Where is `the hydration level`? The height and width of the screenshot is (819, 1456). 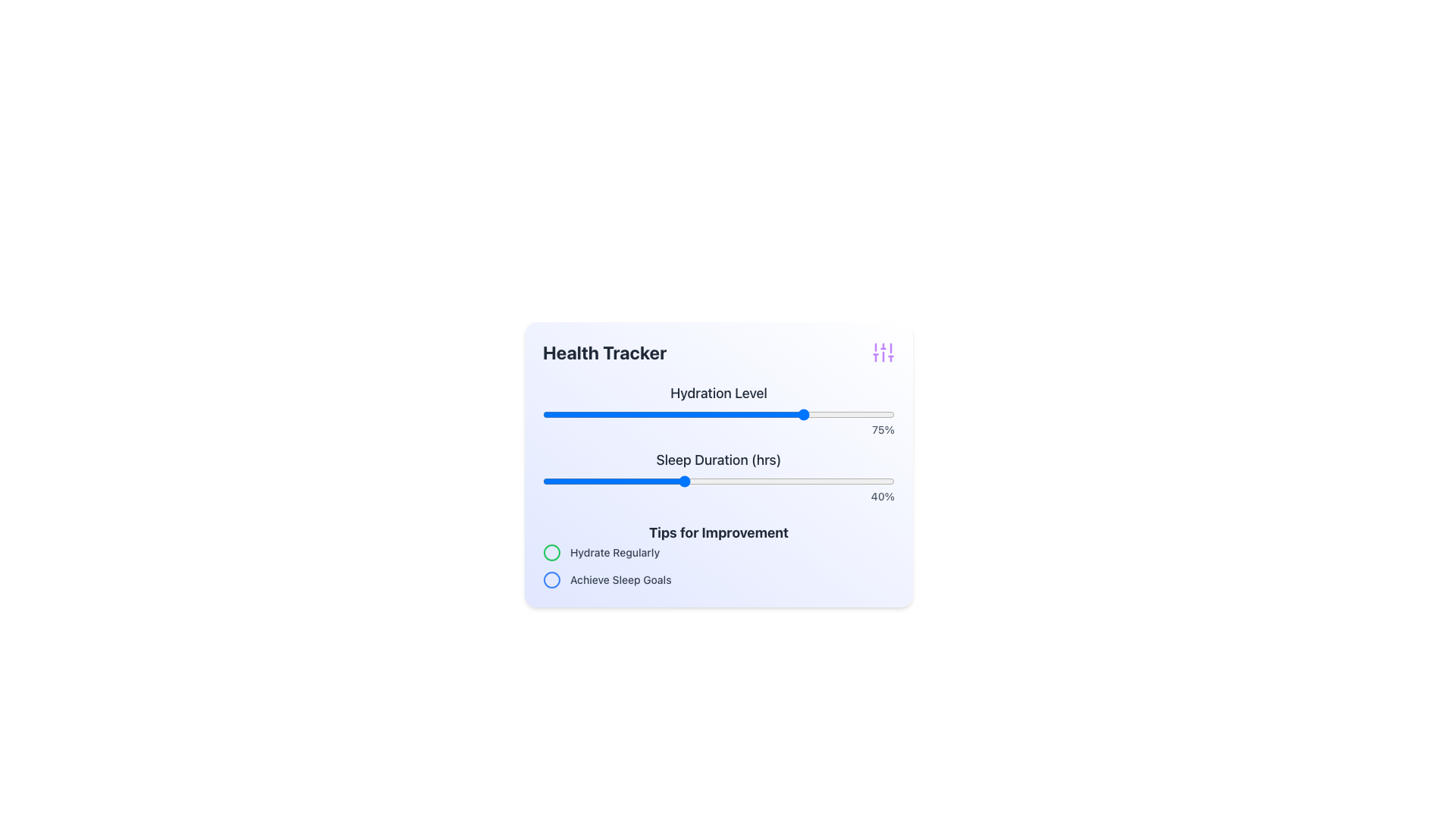 the hydration level is located at coordinates (721, 415).